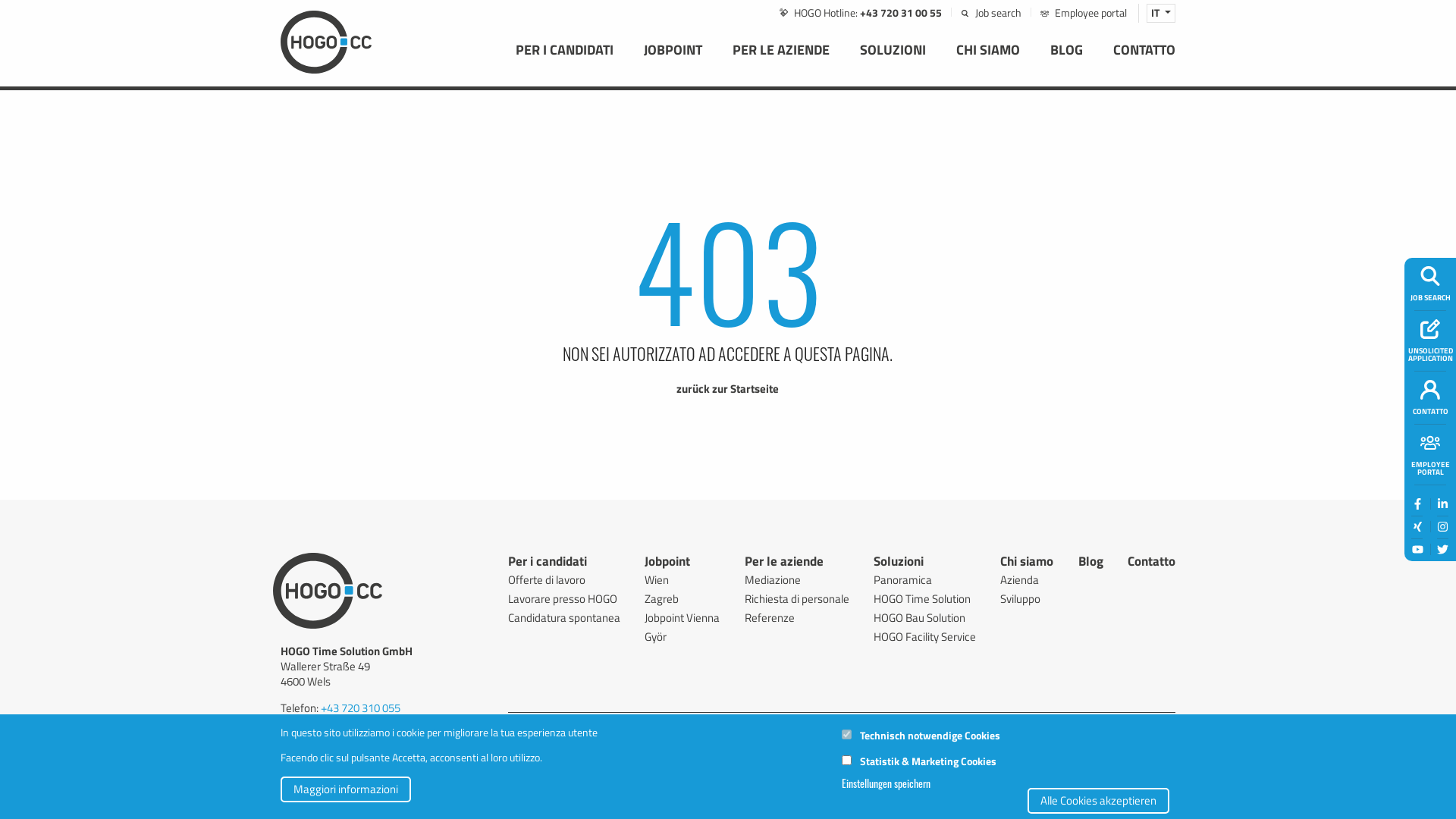  I want to click on 'Job search', so click(990, 12).